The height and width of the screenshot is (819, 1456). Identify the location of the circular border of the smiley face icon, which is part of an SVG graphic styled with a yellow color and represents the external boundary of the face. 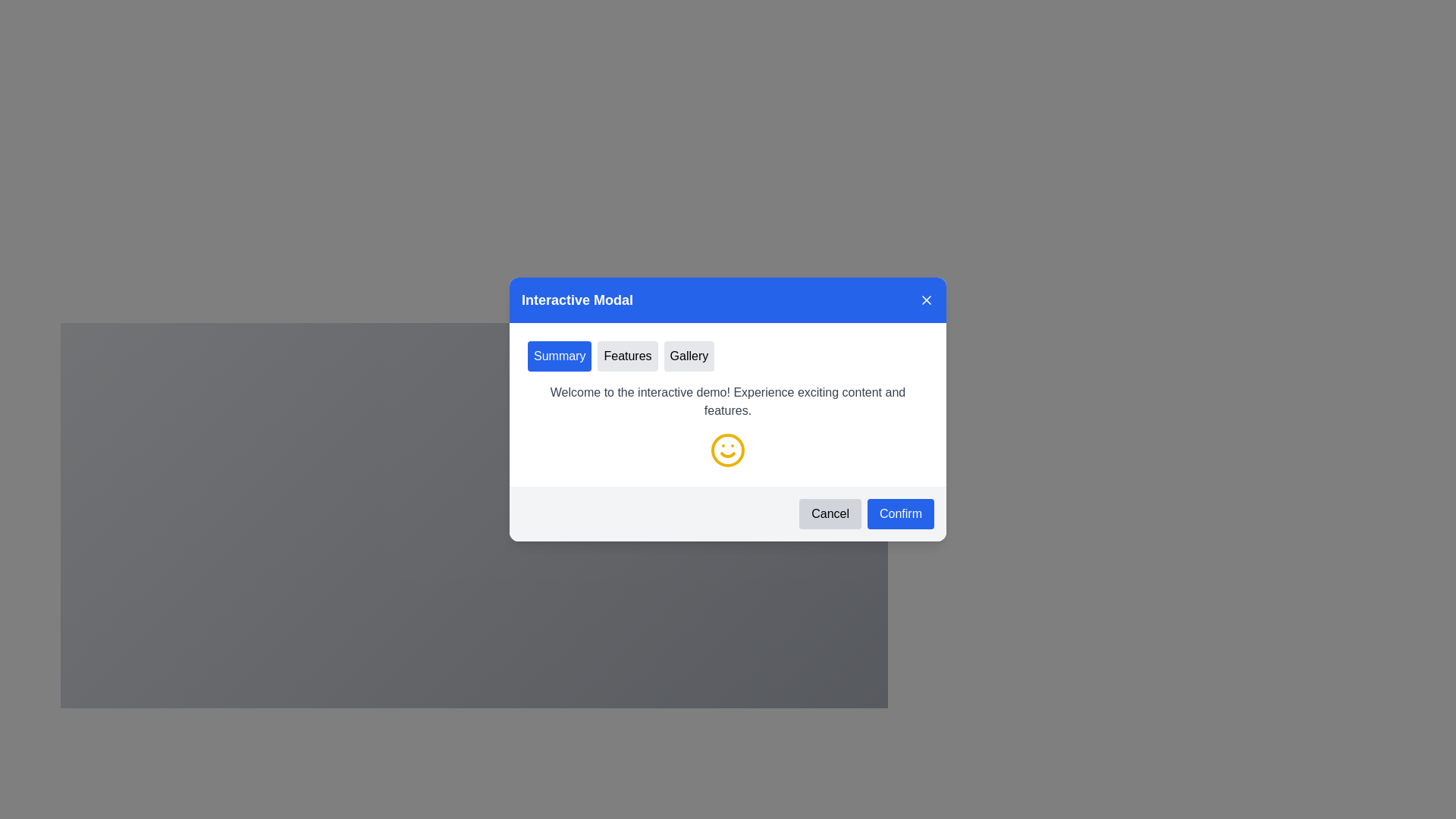
(728, 450).